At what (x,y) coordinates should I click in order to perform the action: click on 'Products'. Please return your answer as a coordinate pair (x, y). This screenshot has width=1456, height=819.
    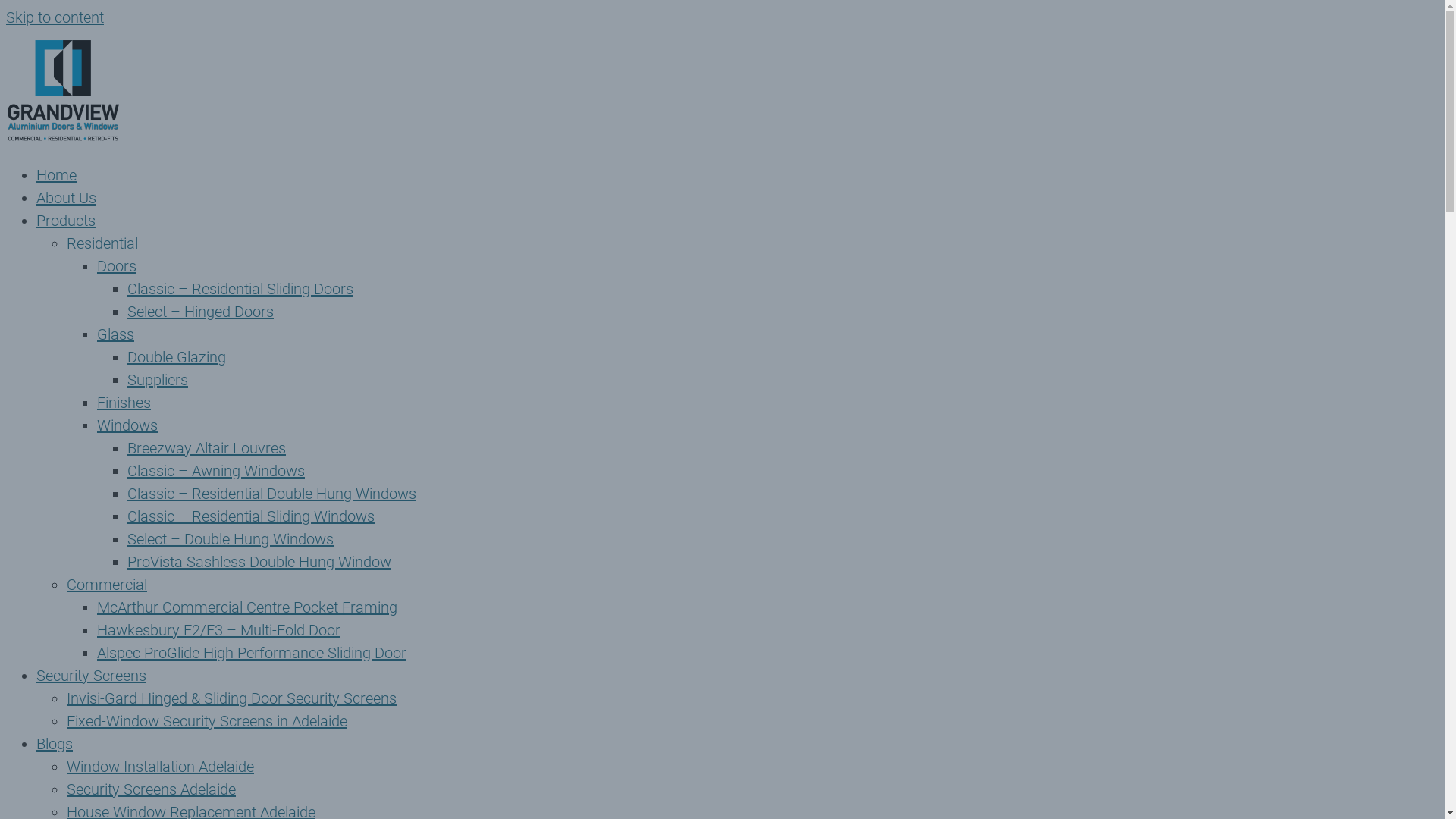
    Looking at the image, I should click on (64, 220).